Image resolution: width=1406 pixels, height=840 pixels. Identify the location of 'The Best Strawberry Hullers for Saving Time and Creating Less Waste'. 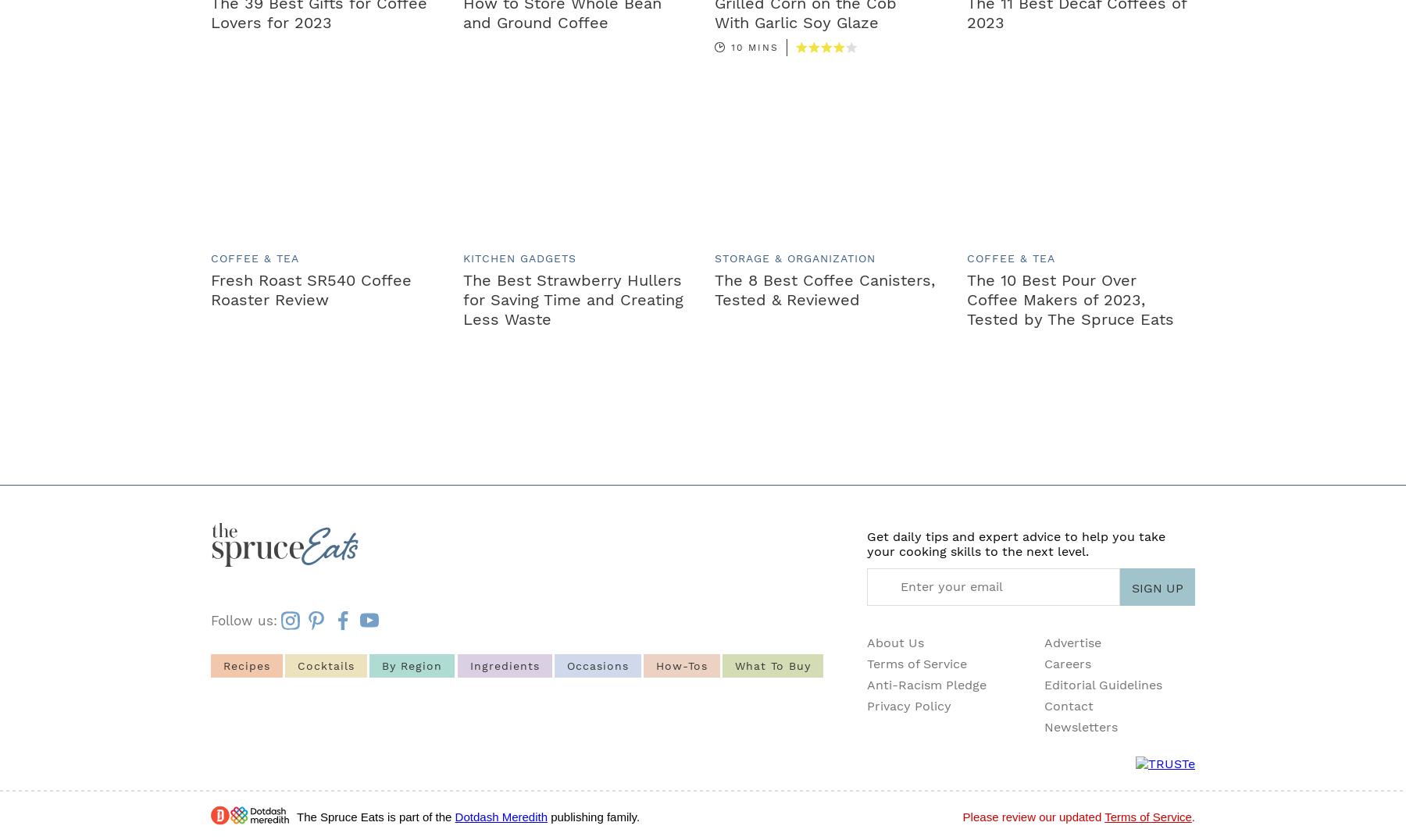
(571, 299).